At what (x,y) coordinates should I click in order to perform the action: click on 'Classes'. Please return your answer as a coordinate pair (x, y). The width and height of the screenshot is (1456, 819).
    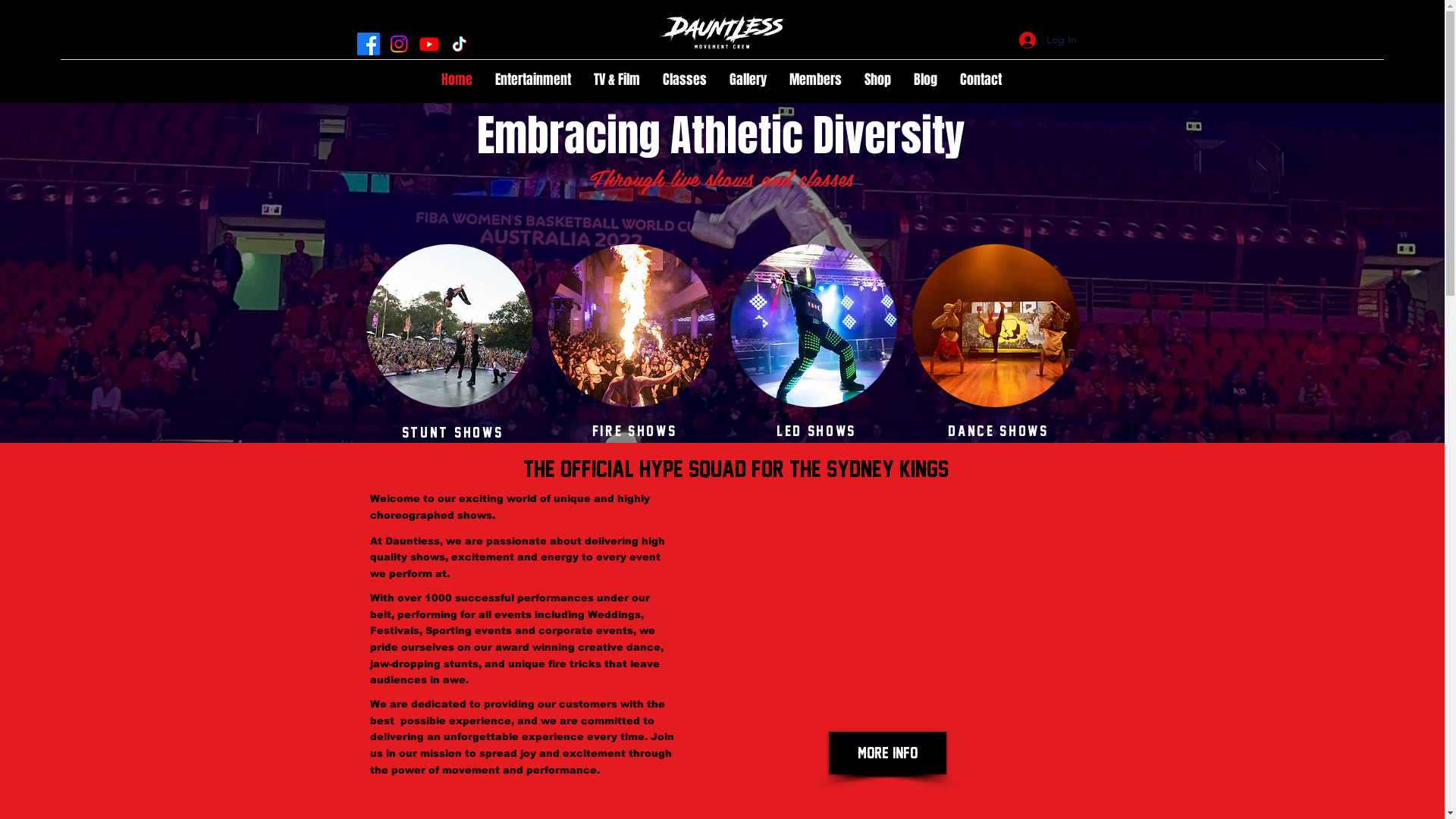
    Looking at the image, I should click on (683, 80).